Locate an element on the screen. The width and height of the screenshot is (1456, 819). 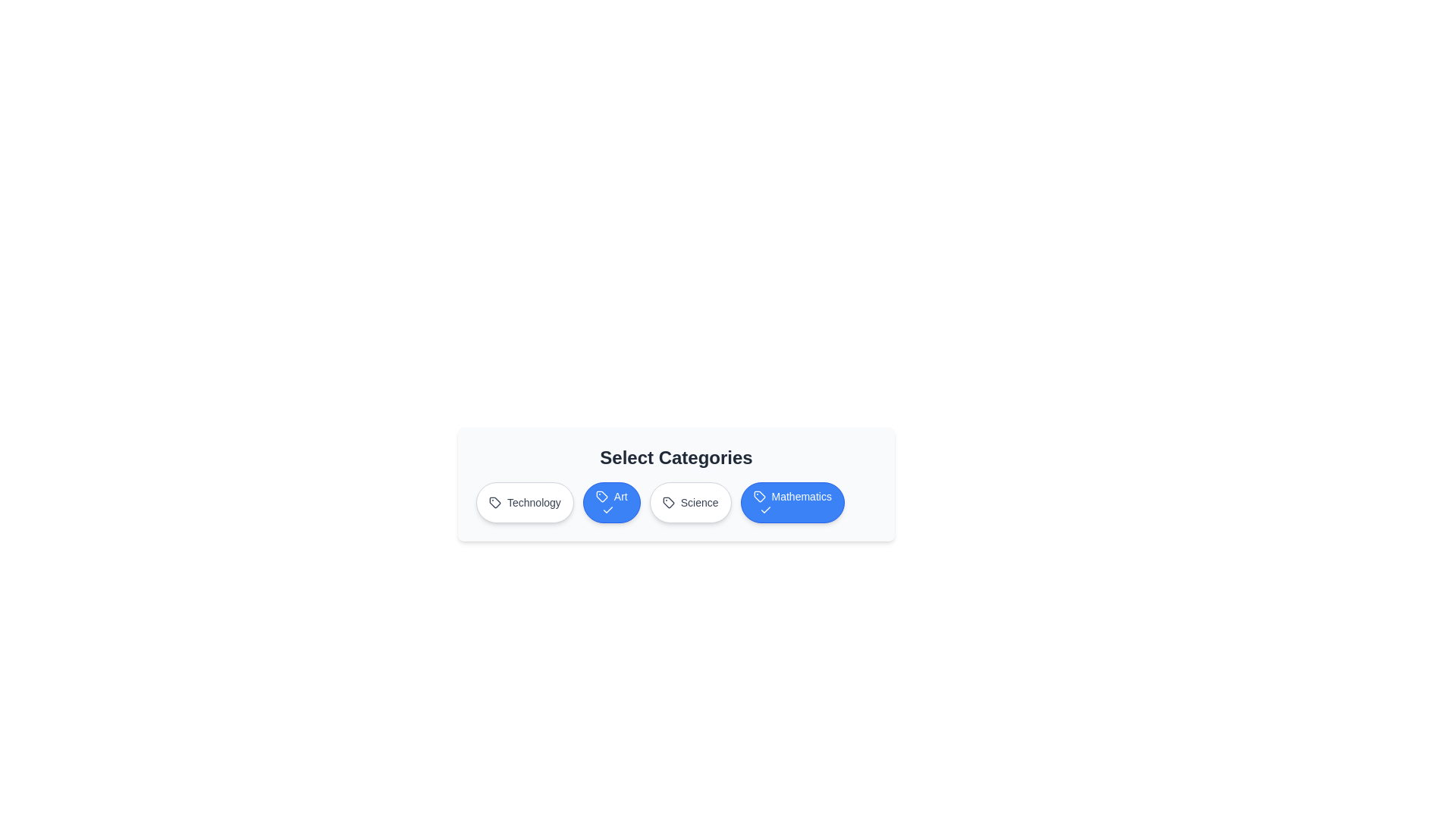
the icon within the category button labeled Science is located at coordinates (667, 503).